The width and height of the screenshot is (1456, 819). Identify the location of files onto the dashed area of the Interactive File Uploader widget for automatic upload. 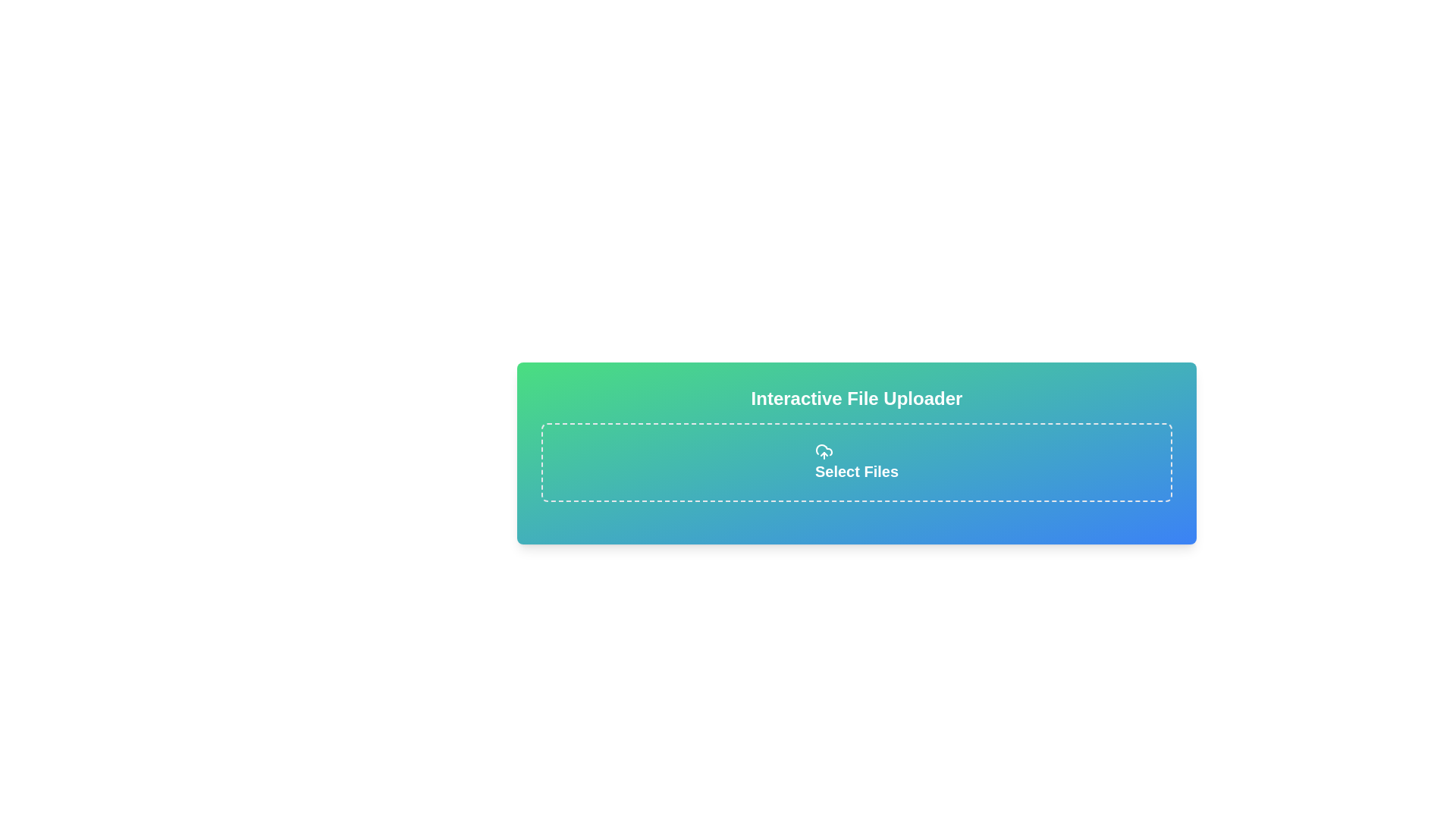
(856, 452).